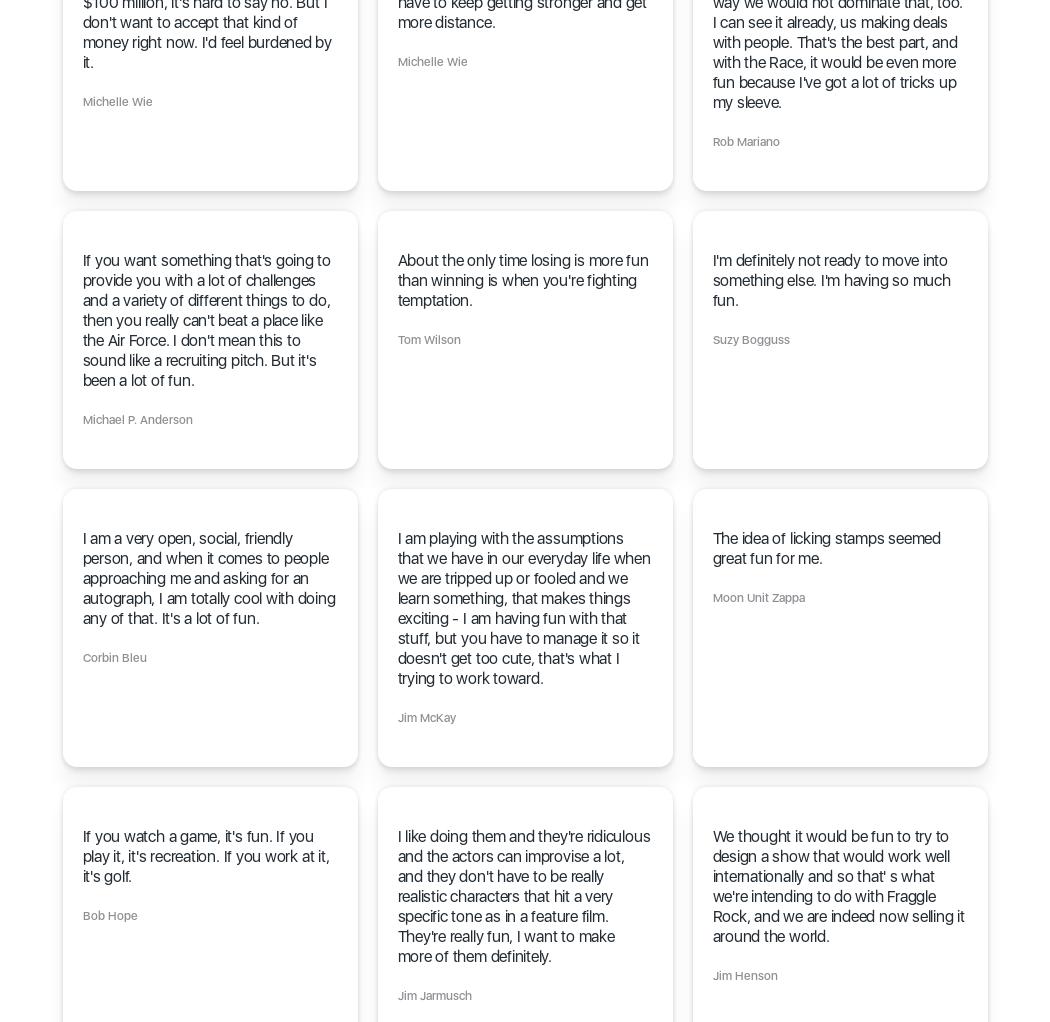 The image size is (1050, 1022). I want to click on 'Michael P. Anderson', so click(82, 420).